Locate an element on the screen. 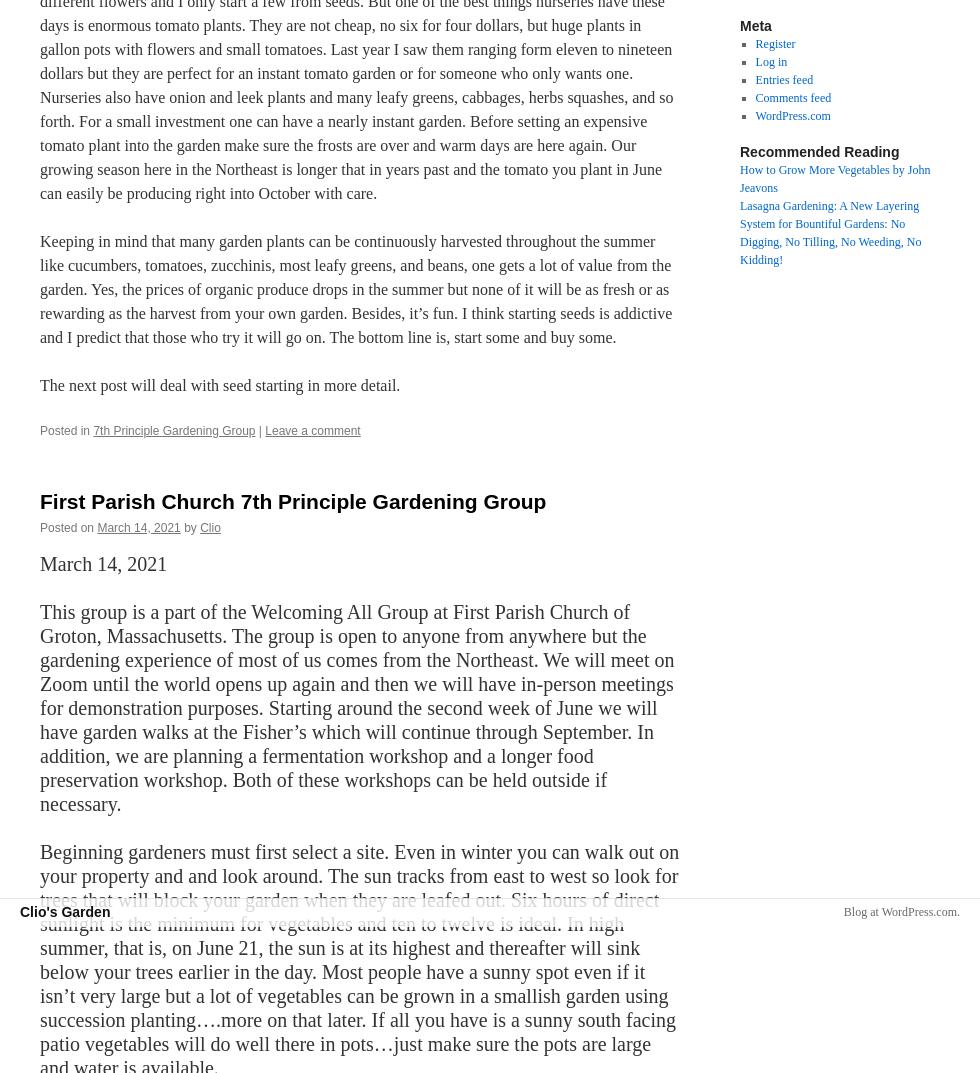 This screenshot has height=1073, width=980. 'This group is a part of the Welcoming All Group at First Parish Church of Groton, Massachusetts.  The group is open to anyone from anywhere but the gardening experience of most of us comes from the Northeast. We will meet on Zoom until the world opens up again and then we will have in-person meetings for demonstration purposes.  Starting around the second week of June we will have garden walks at the Fisher’s which will continue through September. In addition, we are planning a fermentation workshop and a longer food preservation workshop. Both of these workshops can be held outside if necessary.' is located at coordinates (357, 706).